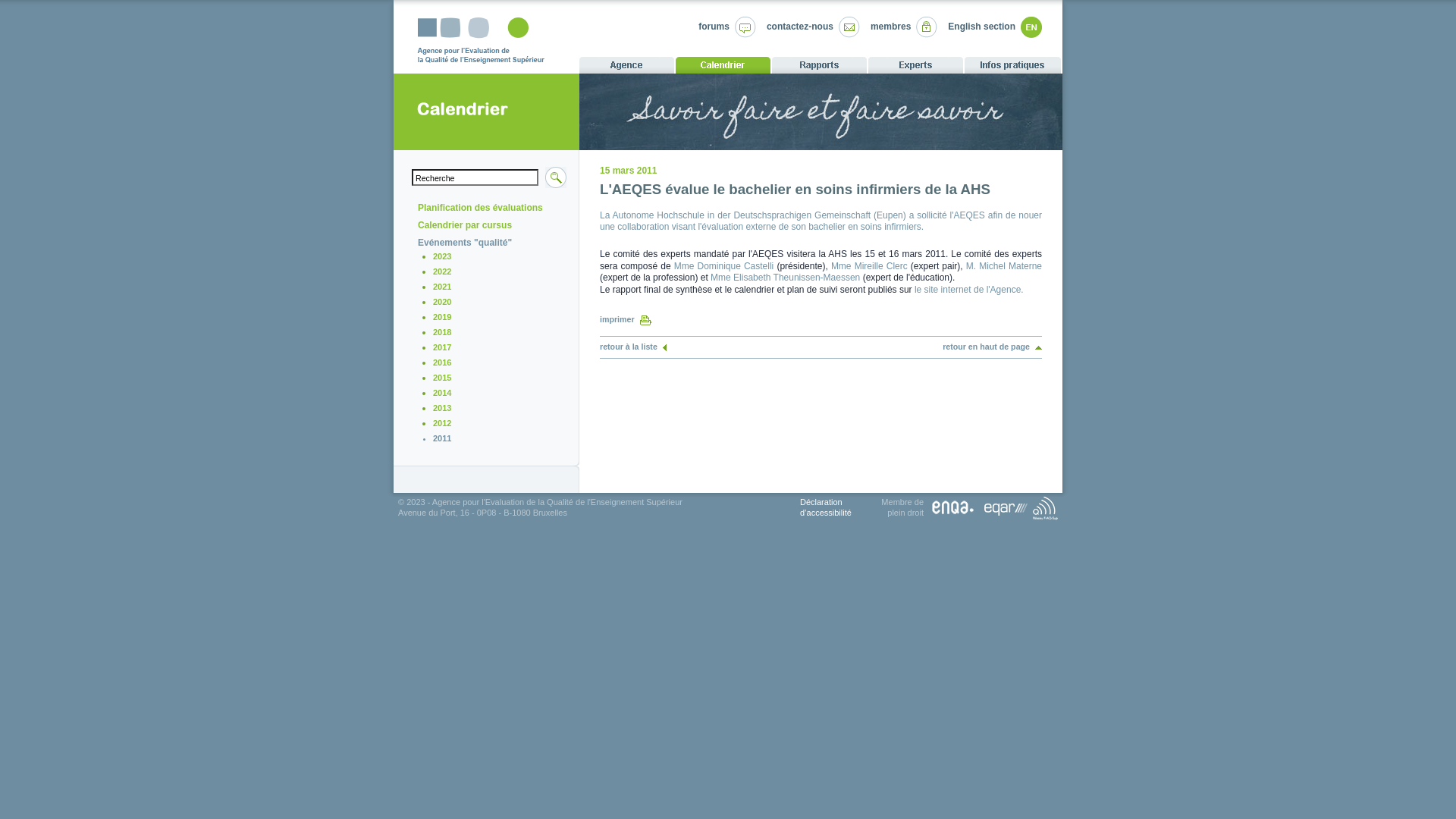 The height and width of the screenshot is (819, 1456). What do you see at coordinates (981, 26) in the screenshot?
I see `'English section'` at bounding box center [981, 26].